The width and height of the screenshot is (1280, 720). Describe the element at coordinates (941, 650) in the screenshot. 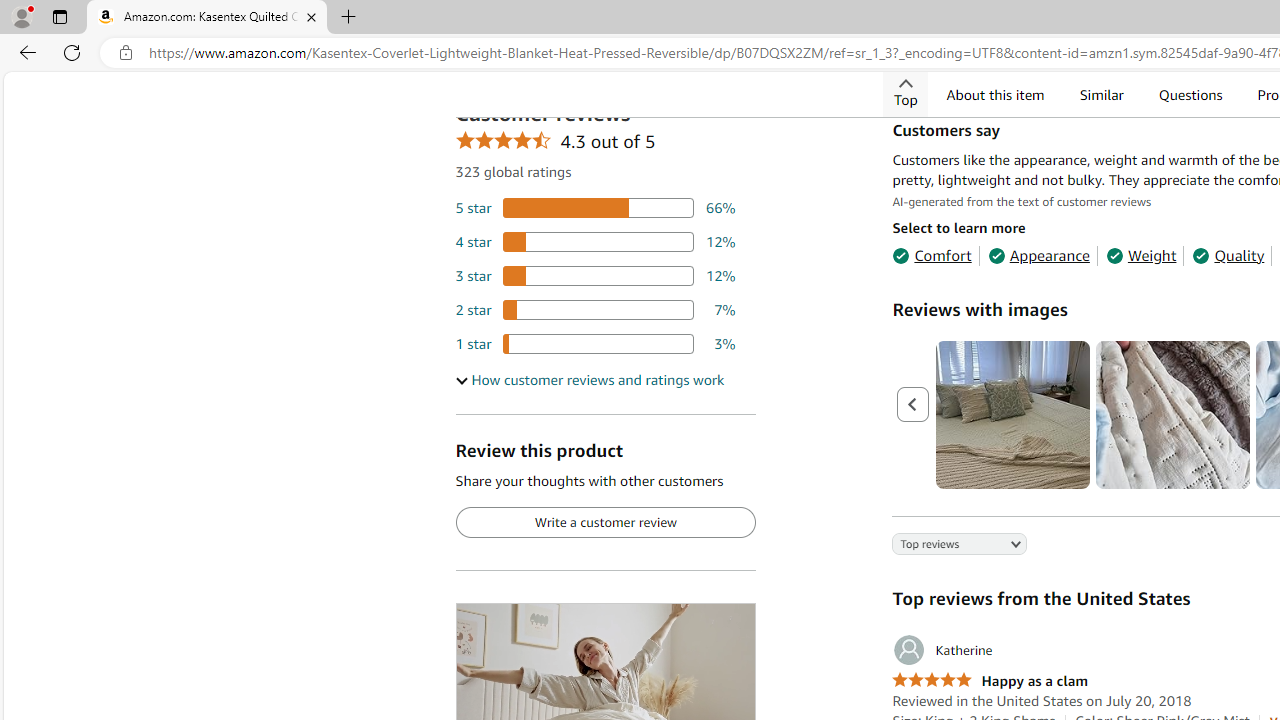

I see `'Katherine'` at that location.